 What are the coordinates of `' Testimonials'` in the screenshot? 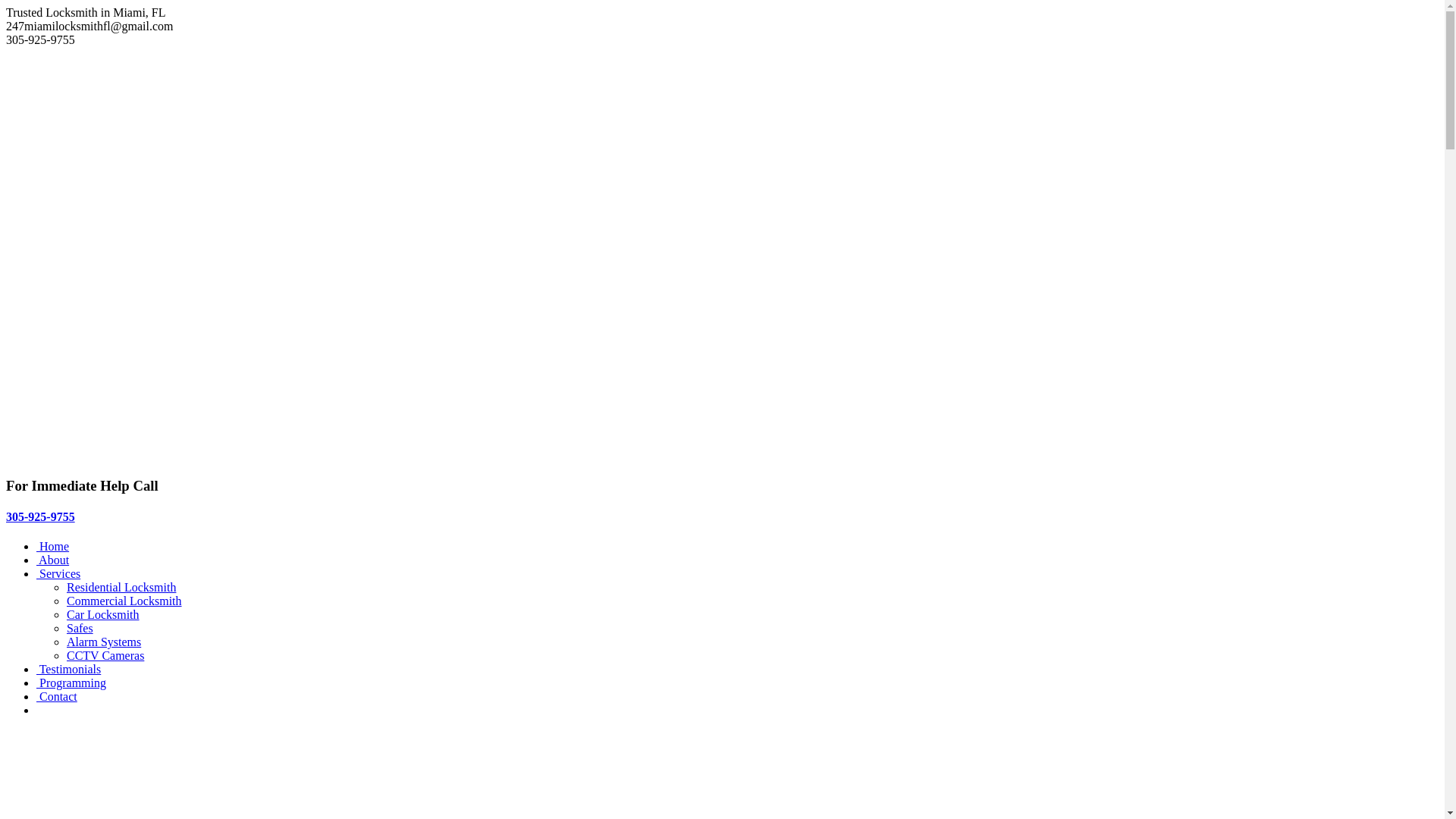 It's located at (67, 668).